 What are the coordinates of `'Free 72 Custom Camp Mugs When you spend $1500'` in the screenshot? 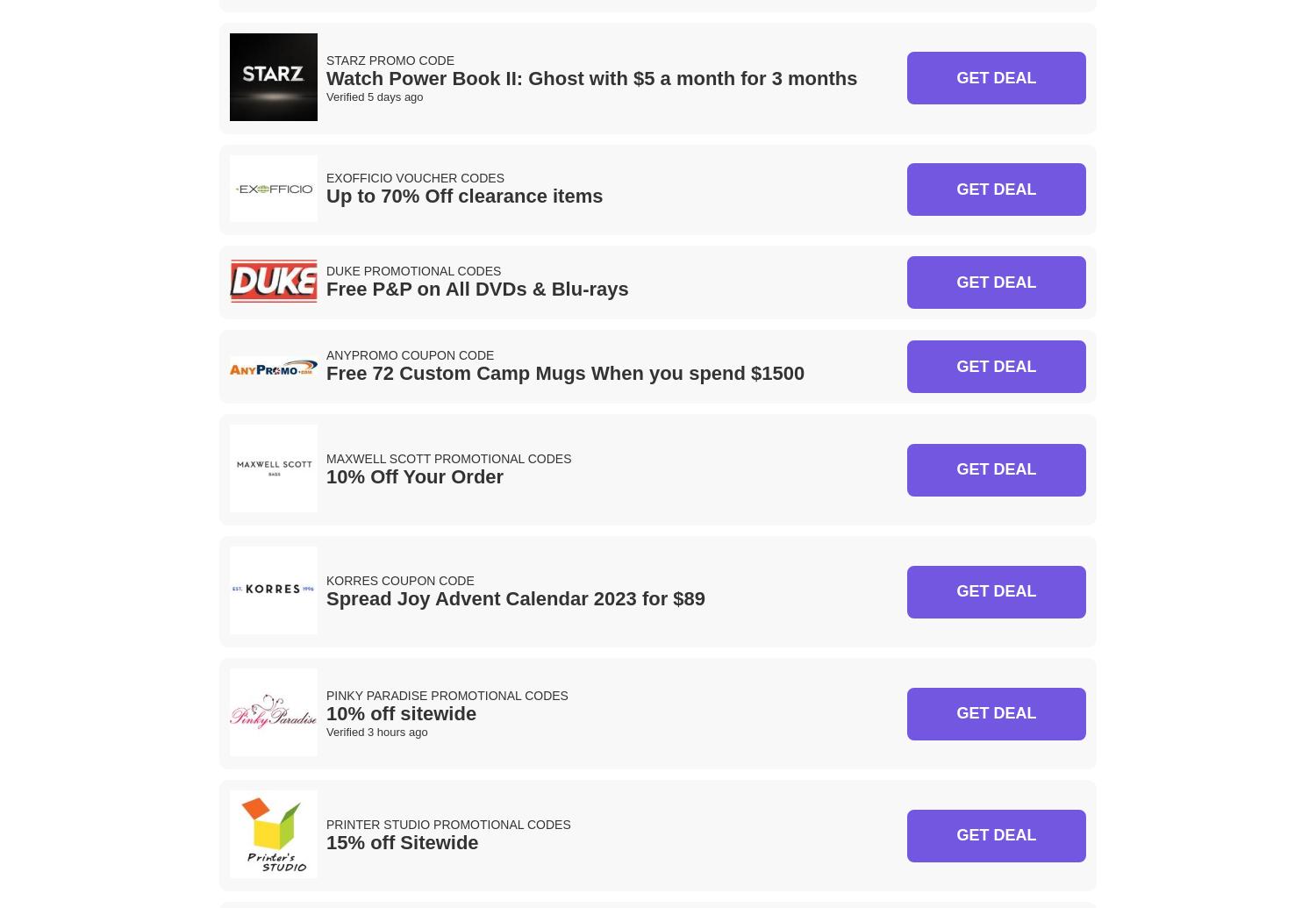 It's located at (565, 373).